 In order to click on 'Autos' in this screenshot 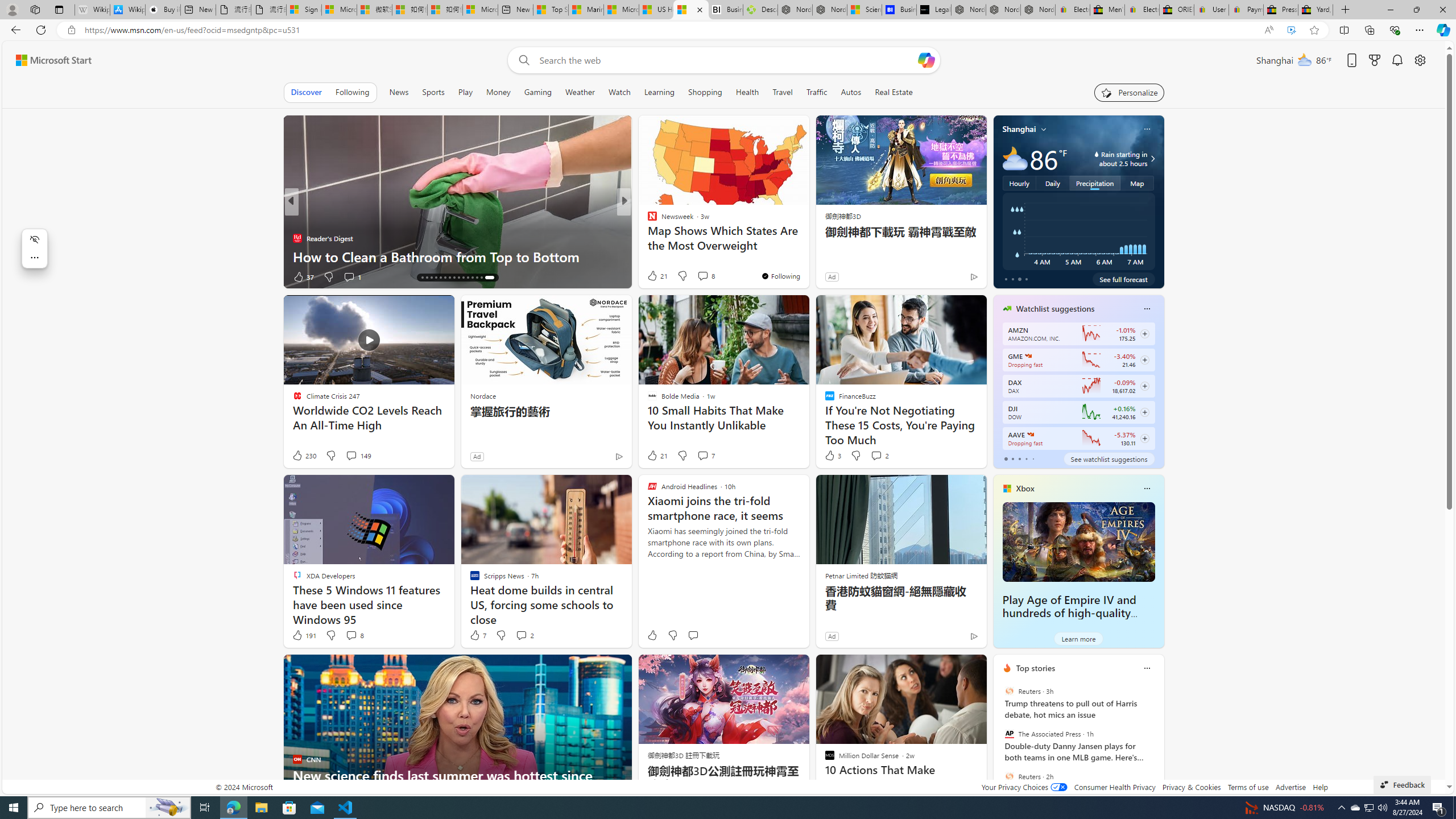, I will do `click(851, 92)`.